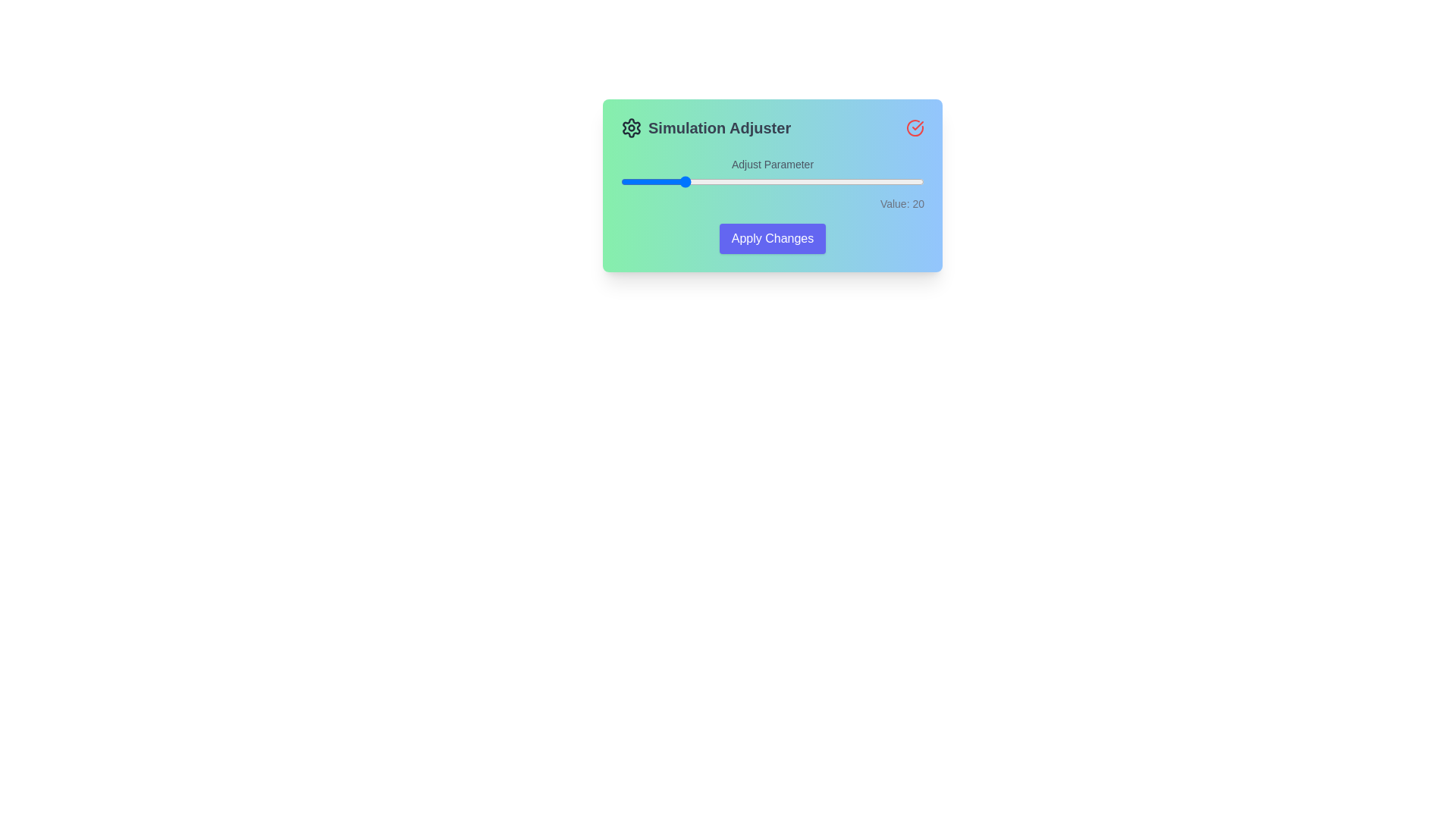 The height and width of the screenshot is (819, 1456). What do you see at coordinates (896, 180) in the screenshot?
I see `the slider to set the value to 91` at bounding box center [896, 180].